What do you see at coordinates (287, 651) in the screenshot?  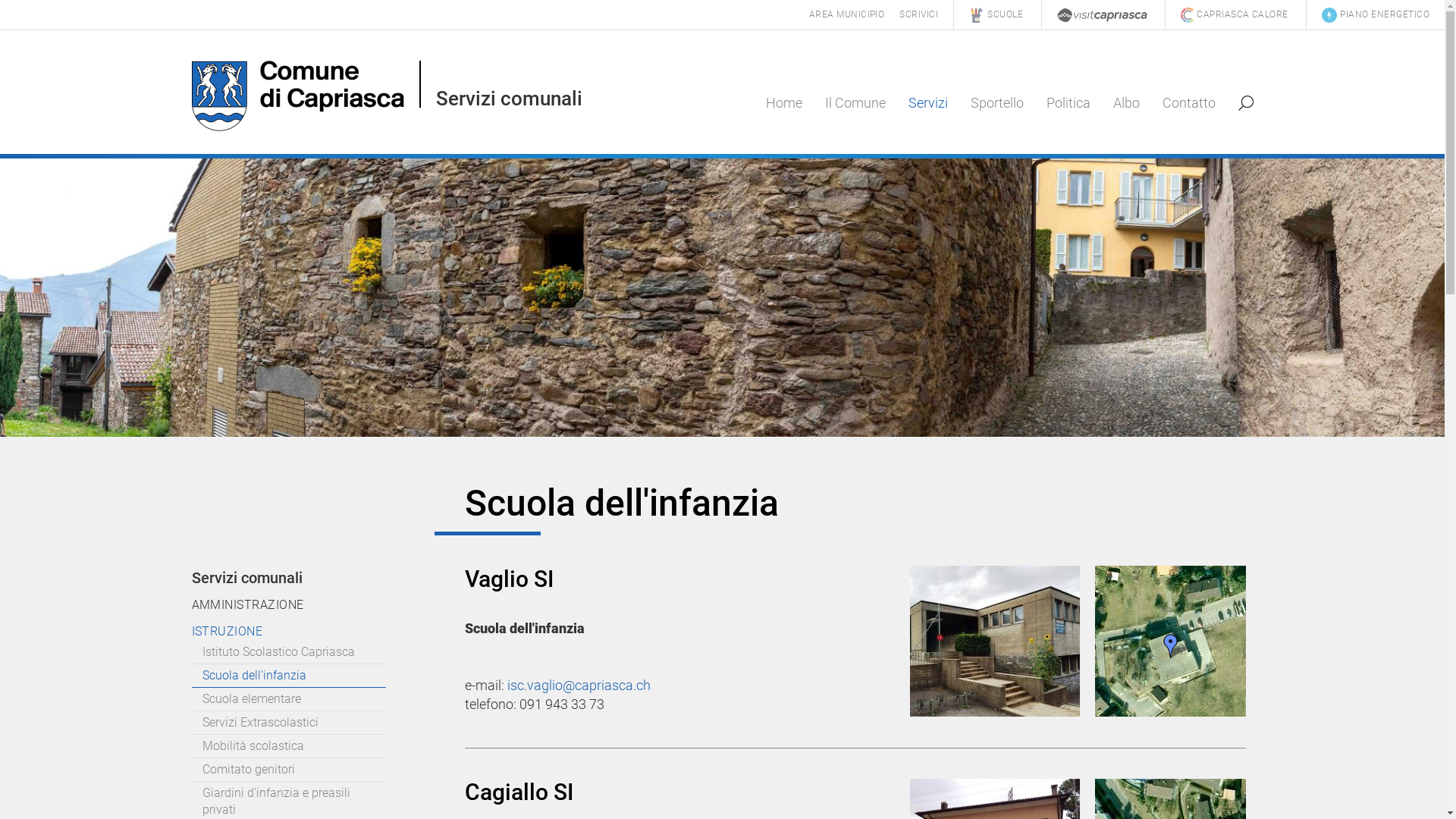 I see `'Istituto Scolastico Capriasca'` at bounding box center [287, 651].